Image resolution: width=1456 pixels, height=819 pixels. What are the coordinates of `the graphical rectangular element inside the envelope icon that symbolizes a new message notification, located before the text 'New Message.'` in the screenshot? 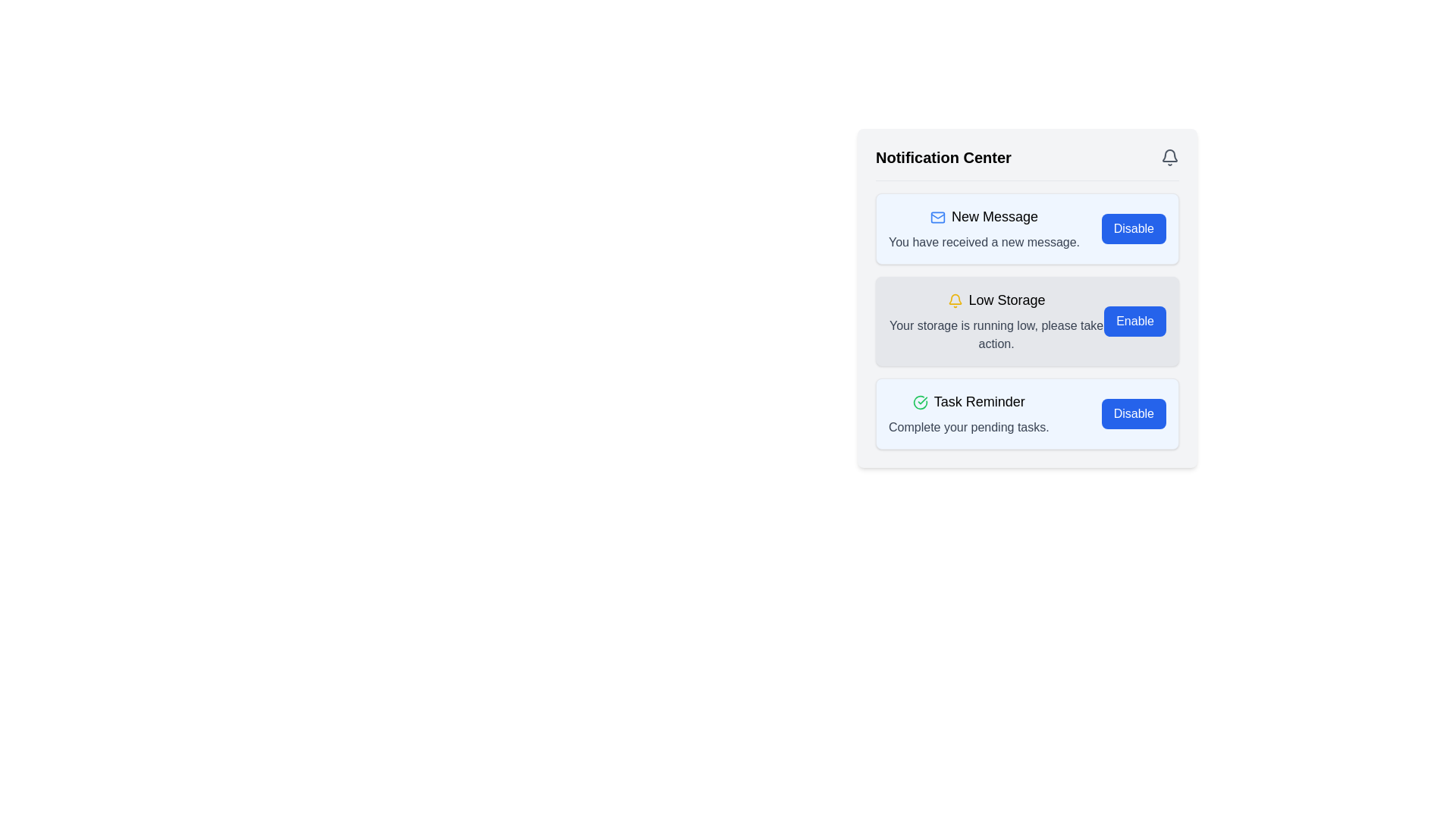 It's located at (937, 218).